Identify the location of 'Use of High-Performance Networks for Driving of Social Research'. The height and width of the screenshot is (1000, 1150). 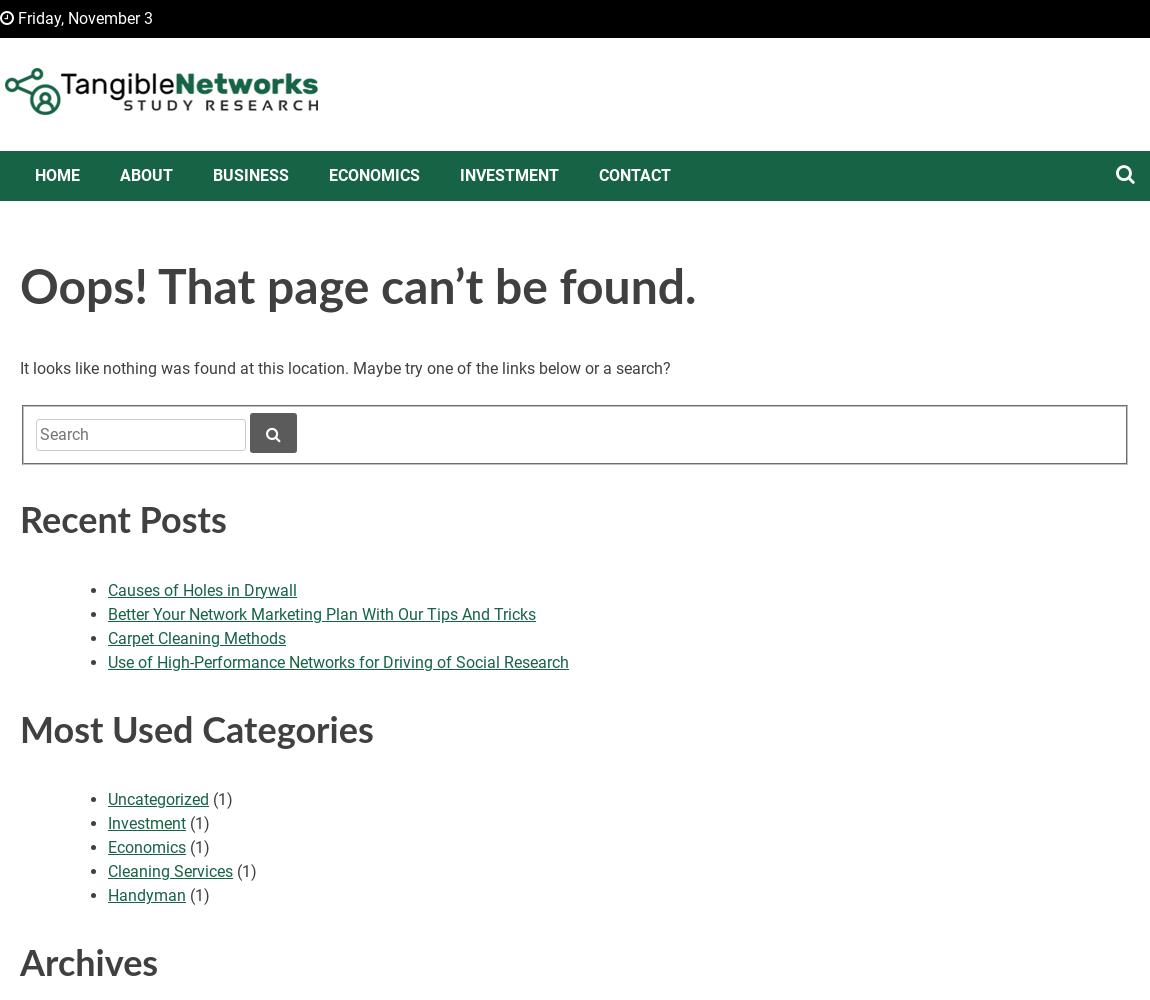
(338, 661).